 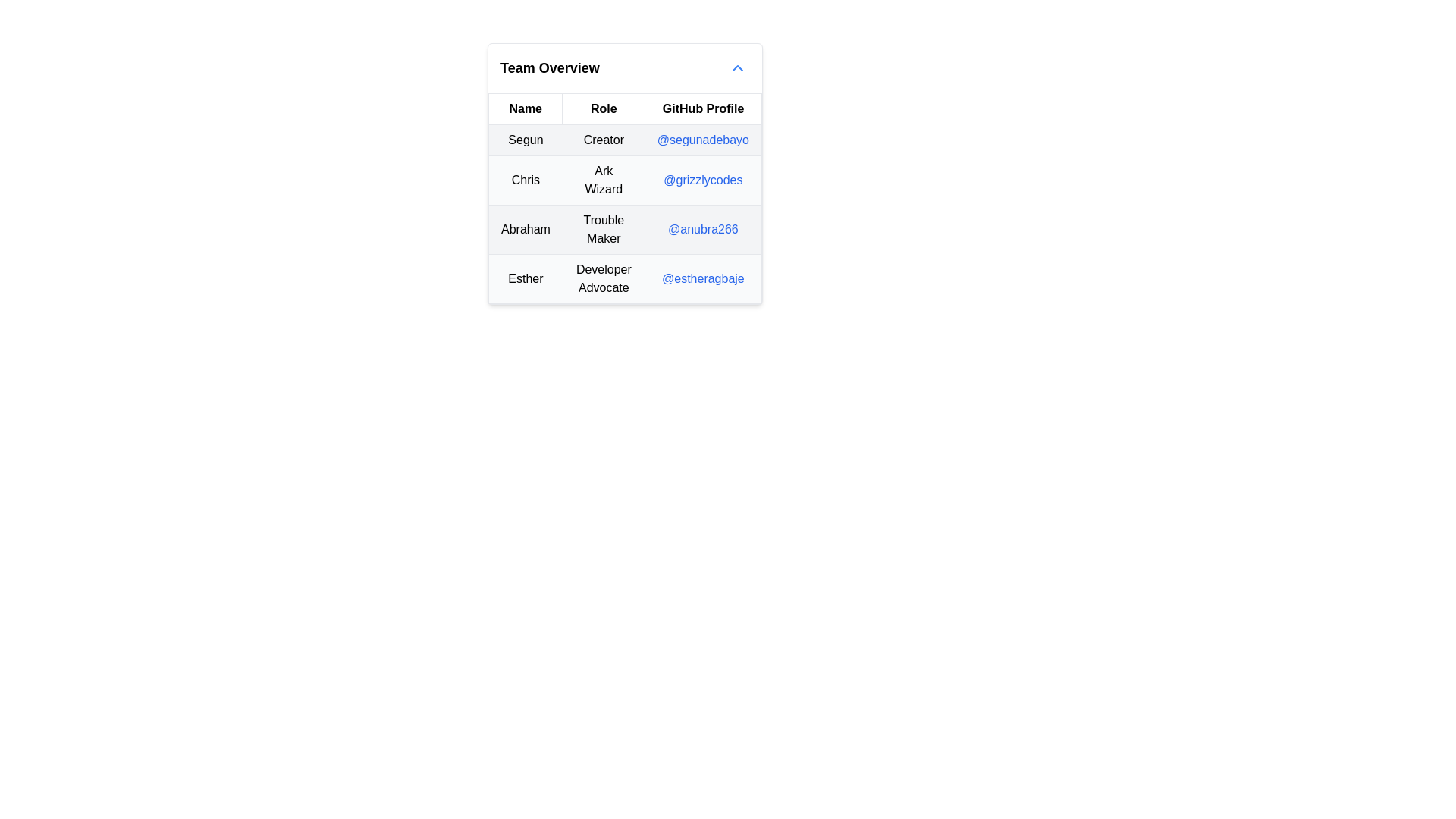 What do you see at coordinates (702, 179) in the screenshot?
I see `keyboard navigation` at bounding box center [702, 179].